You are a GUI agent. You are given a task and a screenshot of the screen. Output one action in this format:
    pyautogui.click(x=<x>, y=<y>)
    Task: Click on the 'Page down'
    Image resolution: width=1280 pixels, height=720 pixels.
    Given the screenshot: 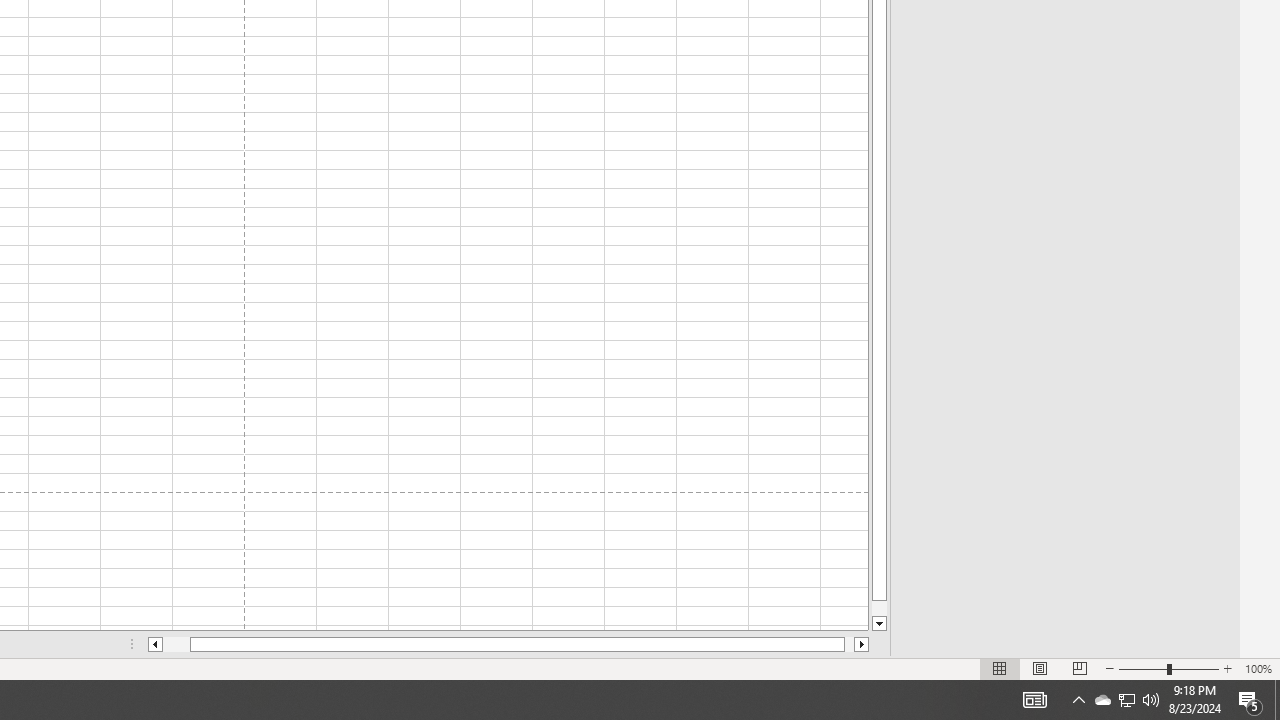 What is the action you would take?
    pyautogui.click(x=879, y=607)
    